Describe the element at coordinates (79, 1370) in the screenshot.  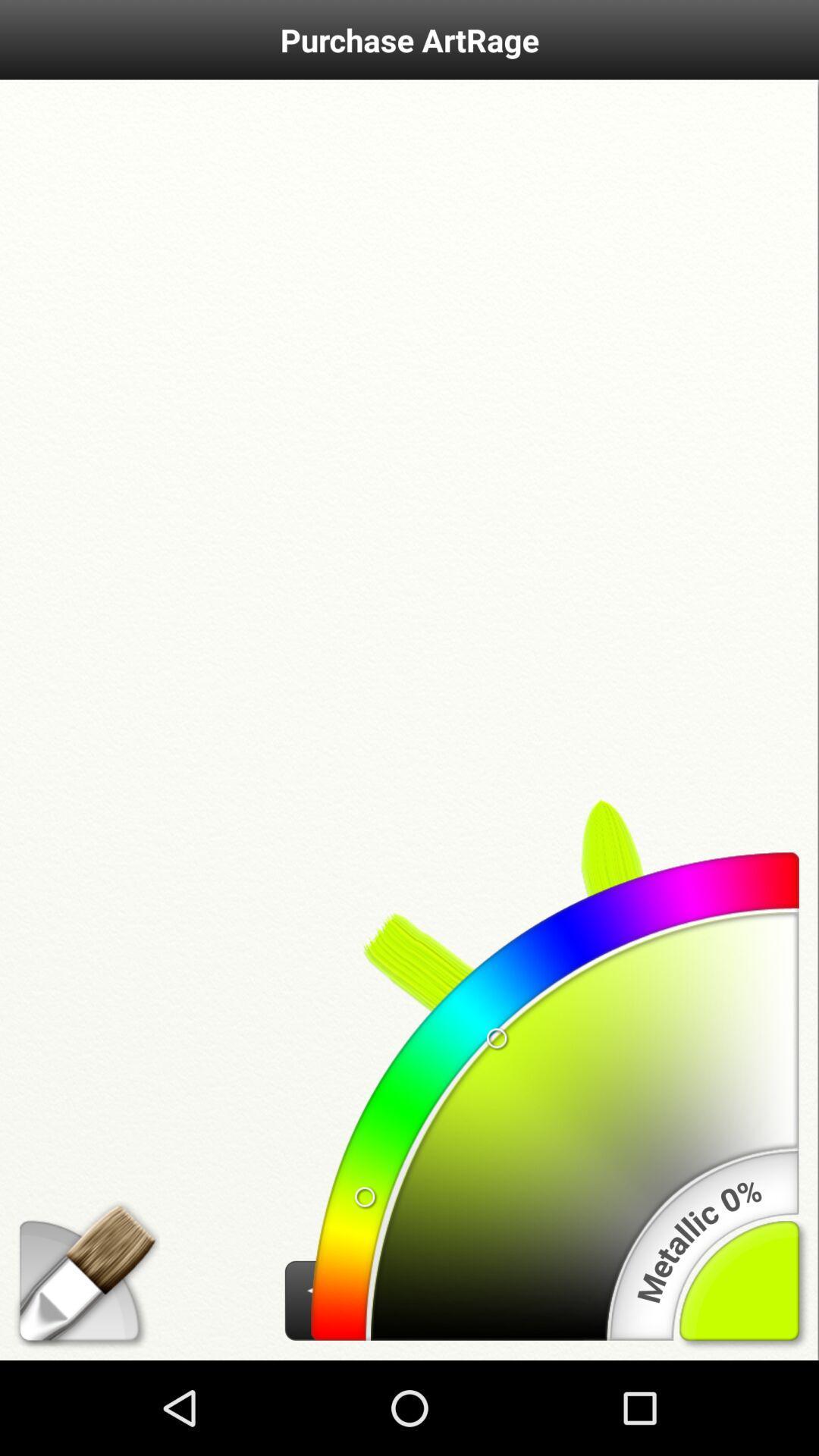
I see `the edit icon` at that location.